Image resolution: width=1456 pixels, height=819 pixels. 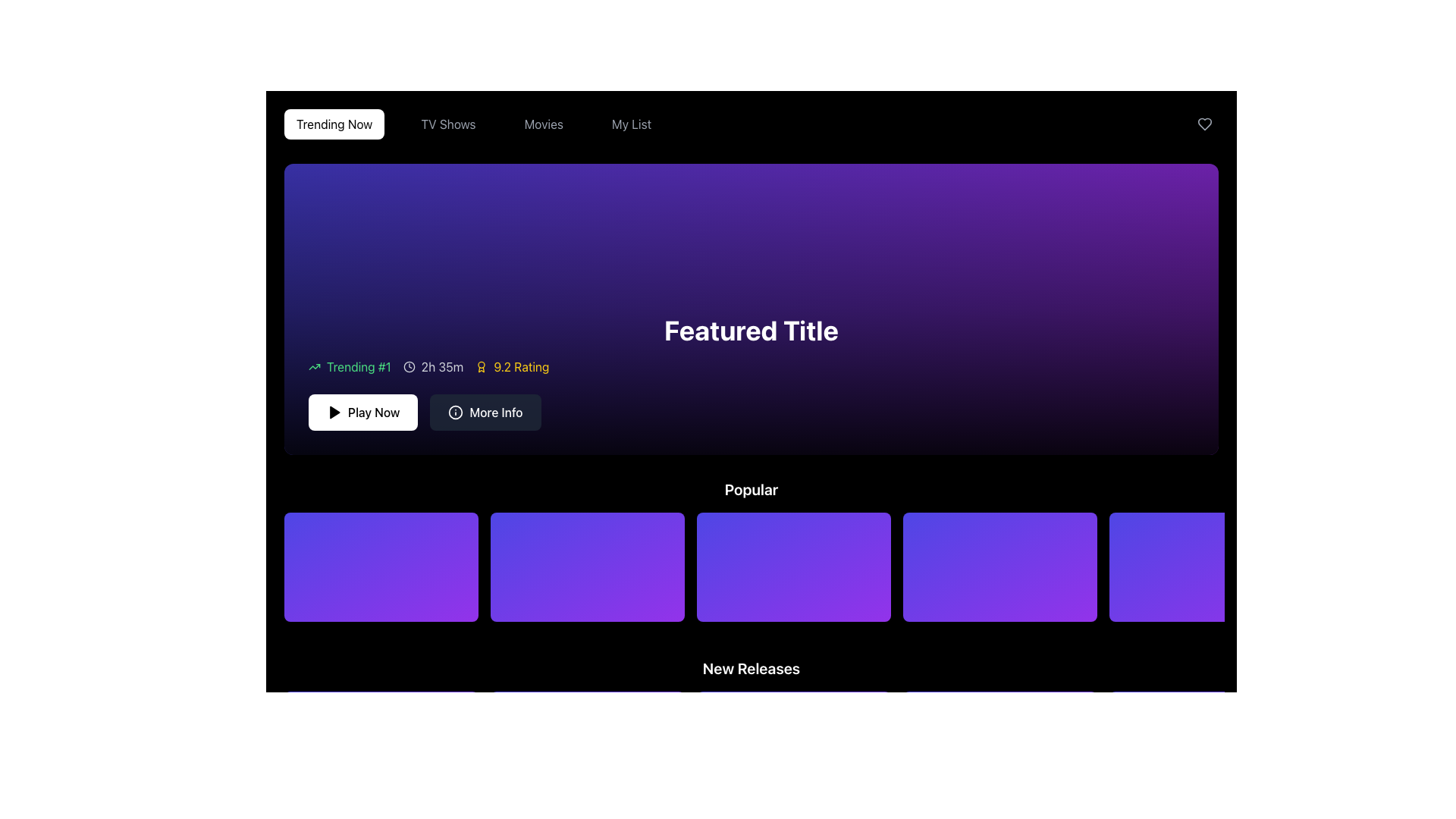 I want to click on the time indicator icon located to the left of the text '2h 35m' in the horizontal row under the title 'Trending #1', so click(x=409, y=366).